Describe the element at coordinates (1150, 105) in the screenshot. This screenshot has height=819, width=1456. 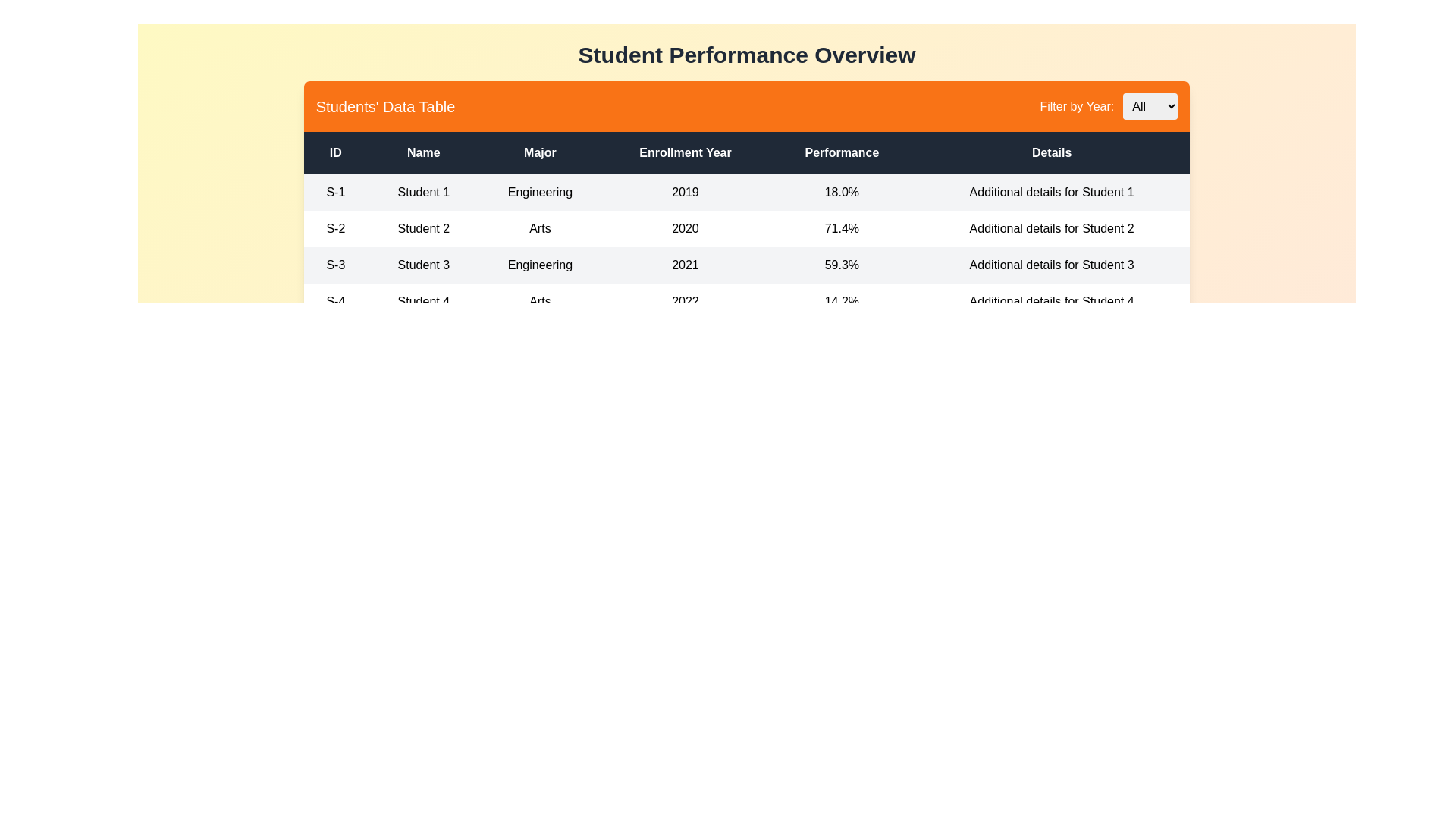
I see `the year 2022 from the dropdown to filter the table` at that location.